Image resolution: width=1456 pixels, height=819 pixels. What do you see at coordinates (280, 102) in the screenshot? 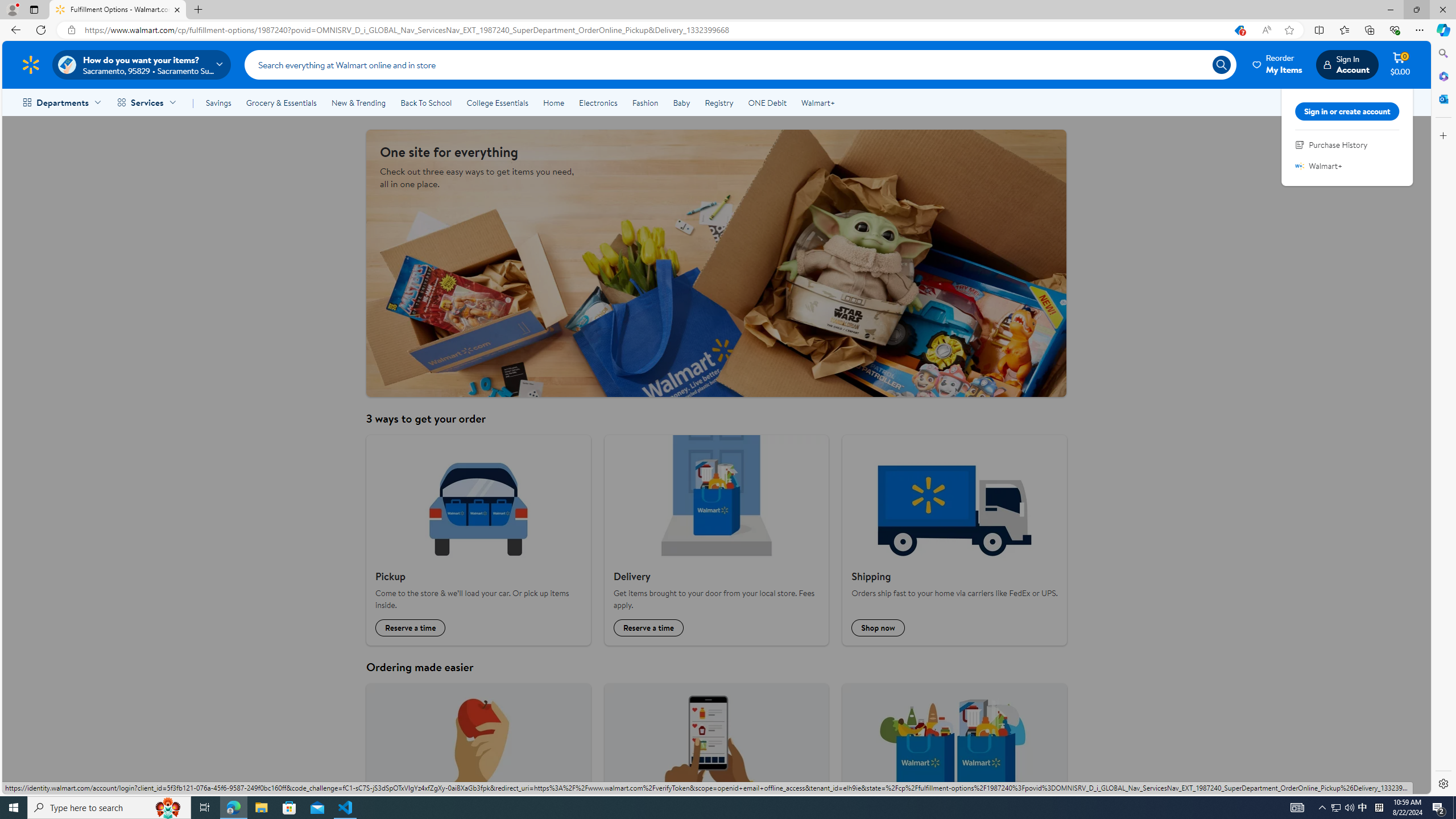
I see `'Grocery & Essentials'` at bounding box center [280, 102].